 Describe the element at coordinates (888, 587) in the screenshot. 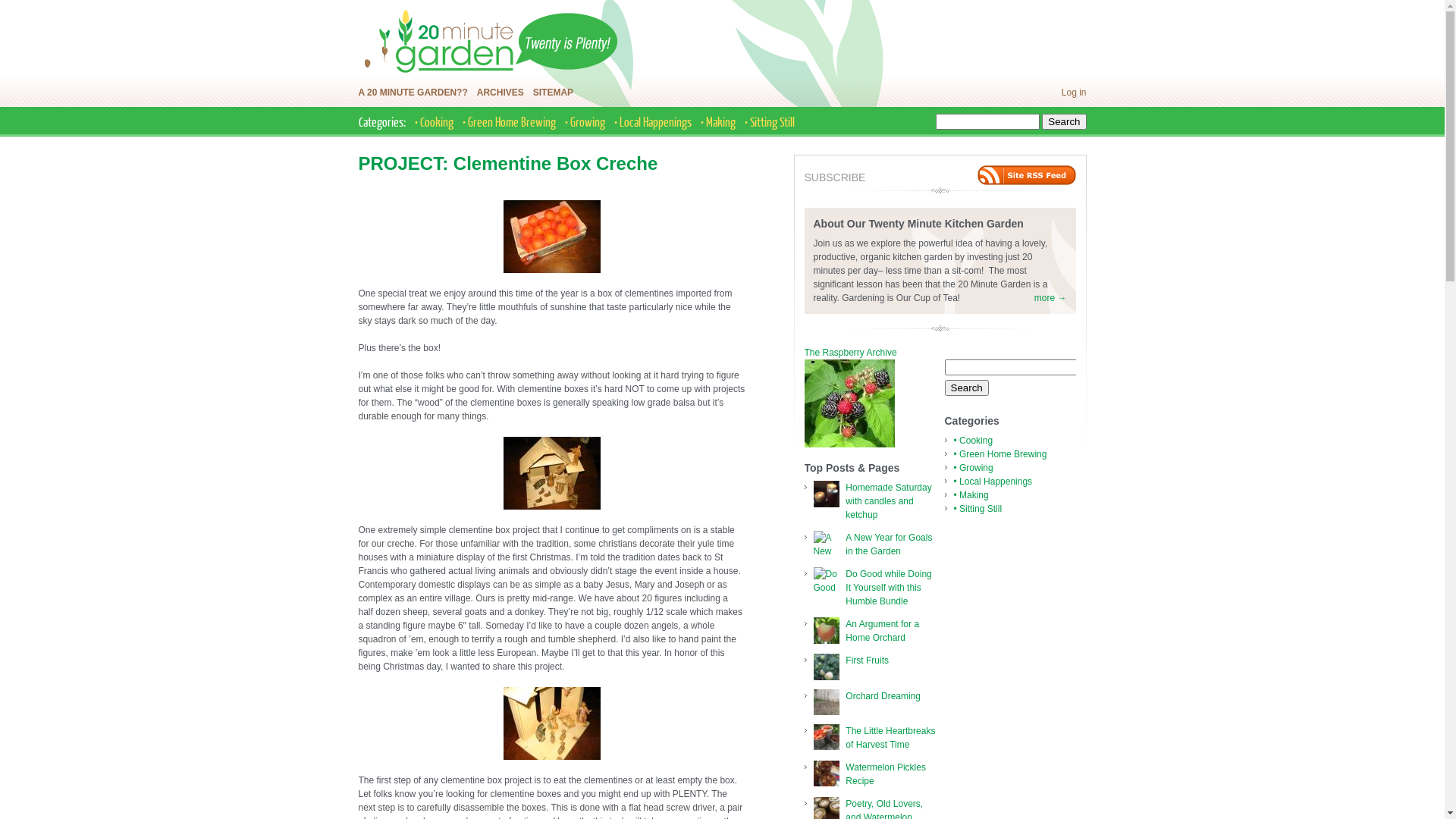

I see `'Do Good while Doing It Yourself with this Humble Bundle'` at that location.